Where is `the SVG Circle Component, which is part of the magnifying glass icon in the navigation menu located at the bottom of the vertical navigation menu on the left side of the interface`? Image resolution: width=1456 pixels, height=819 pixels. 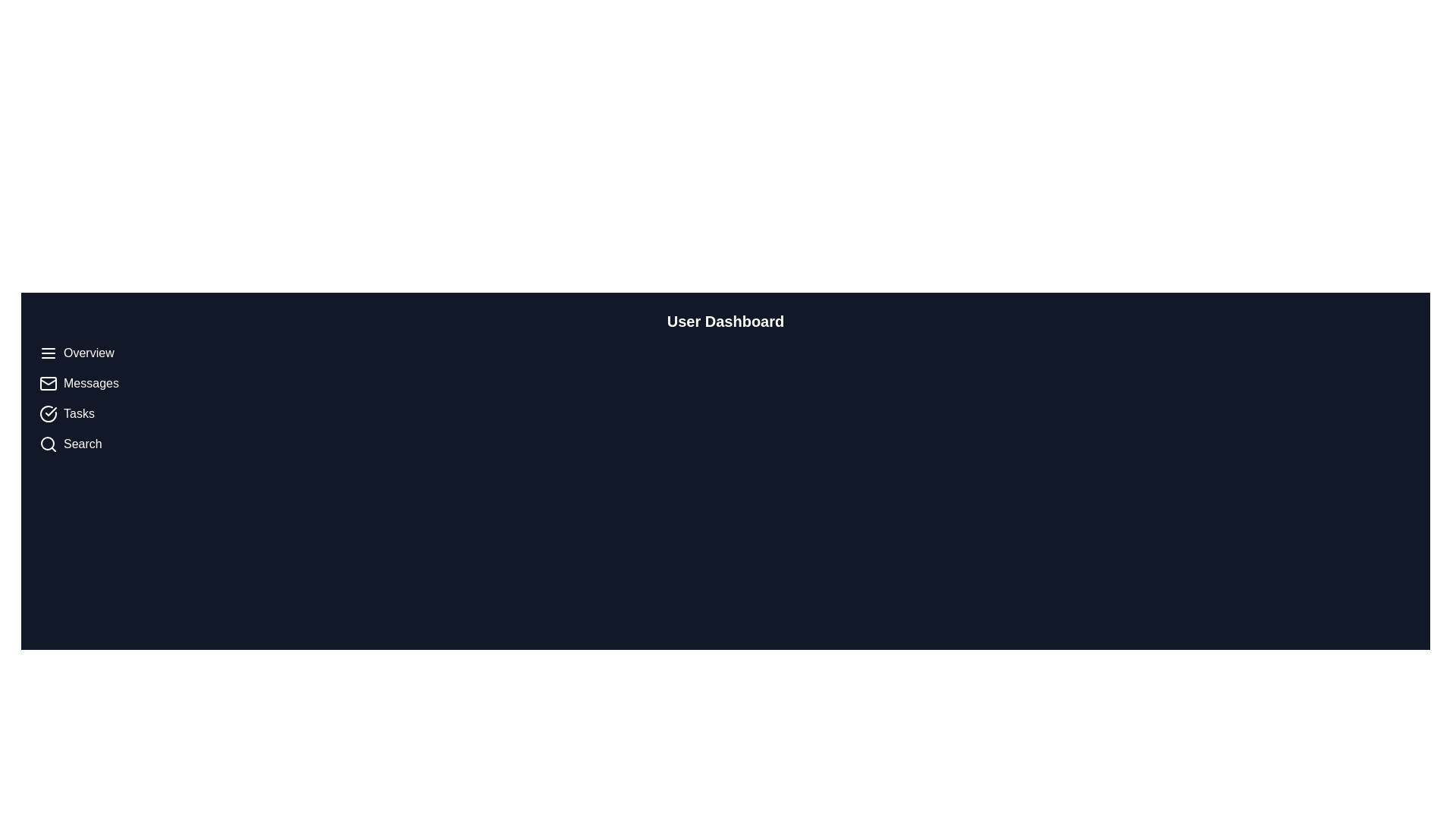
the SVG Circle Component, which is part of the magnifying glass icon in the navigation menu located at the bottom of the vertical navigation menu on the left side of the interface is located at coordinates (47, 444).